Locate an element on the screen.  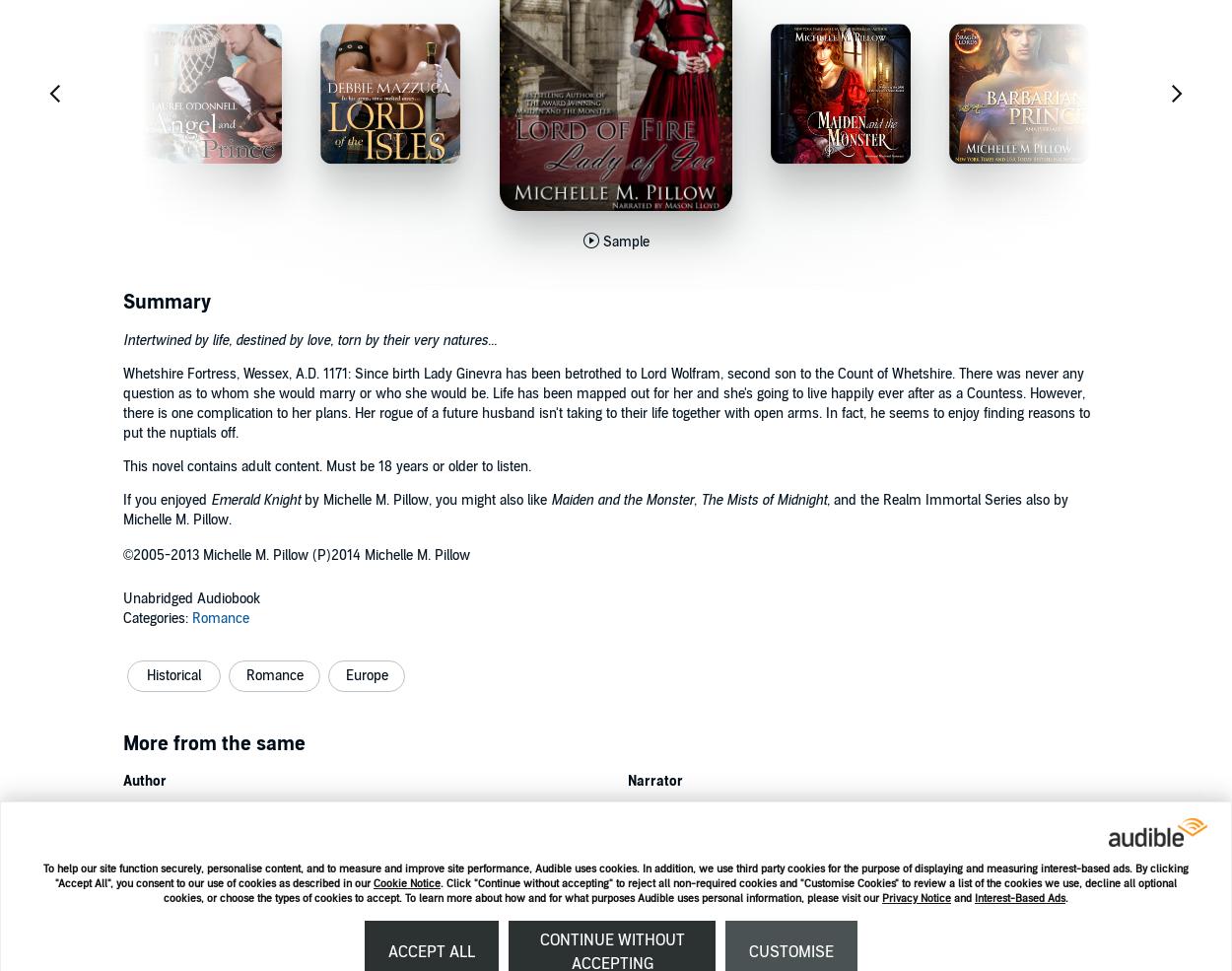
'Fooled Around and Spelled in Love' is located at coordinates (227, 809).